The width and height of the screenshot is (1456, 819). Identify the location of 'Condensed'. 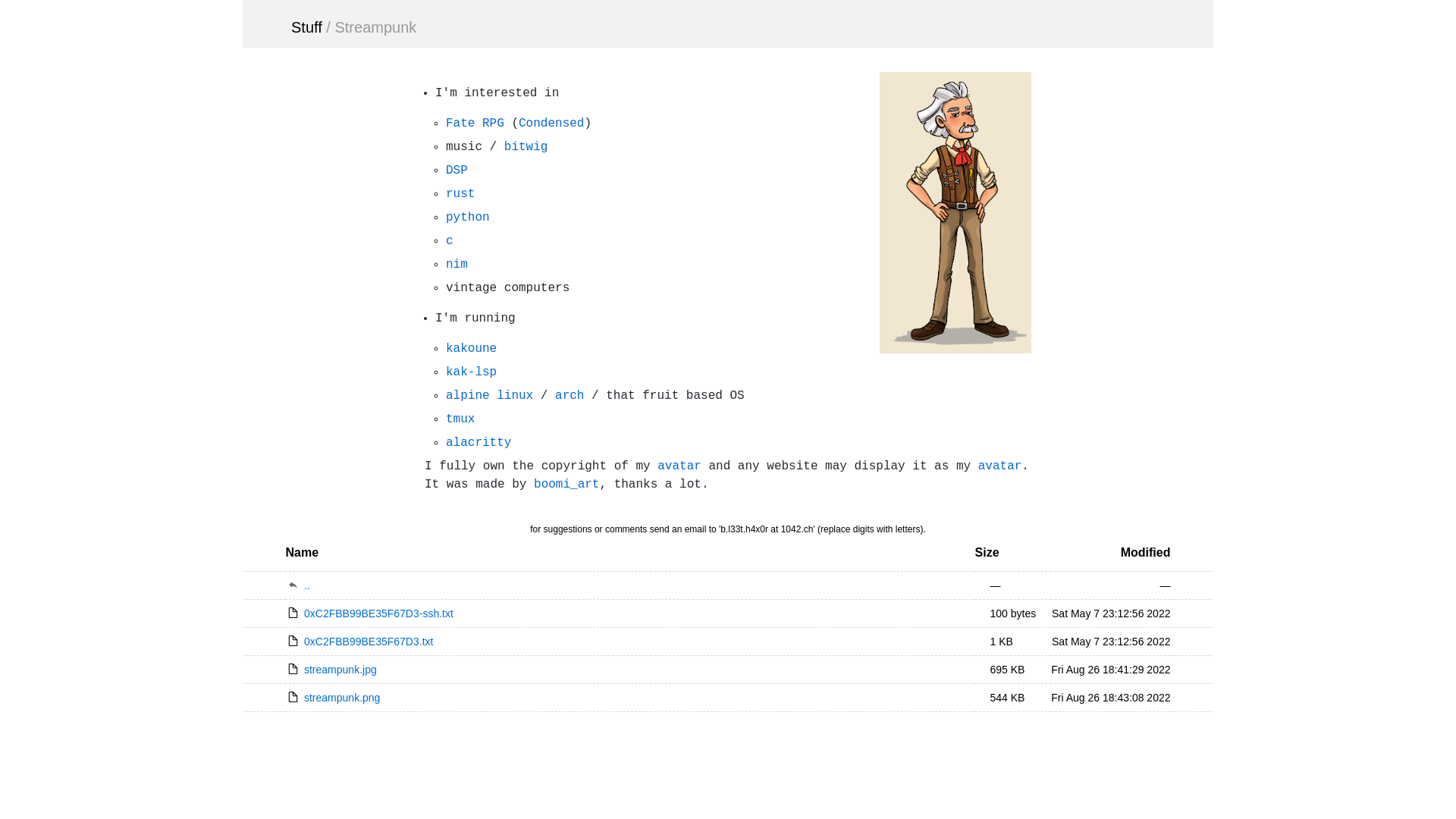
(519, 122).